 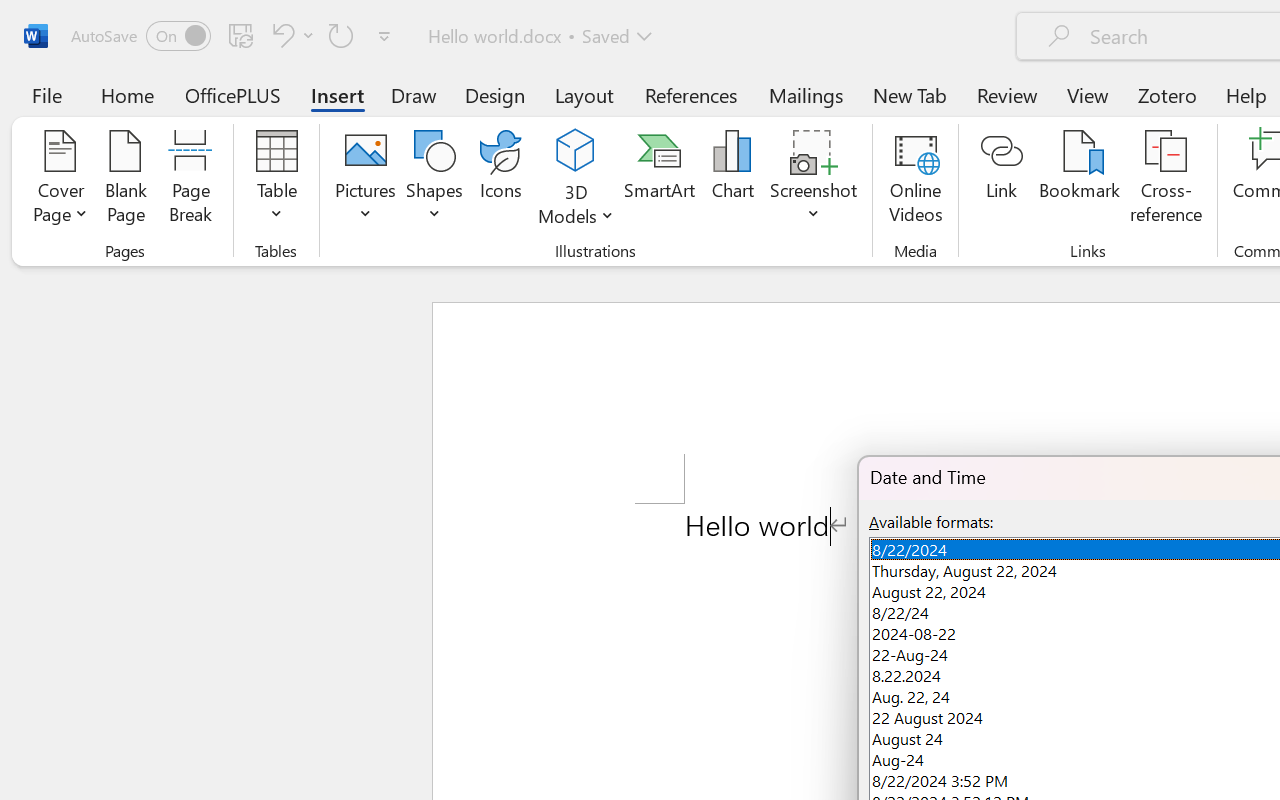 What do you see at coordinates (1002, 179) in the screenshot?
I see `'Link'` at bounding box center [1002, 179].